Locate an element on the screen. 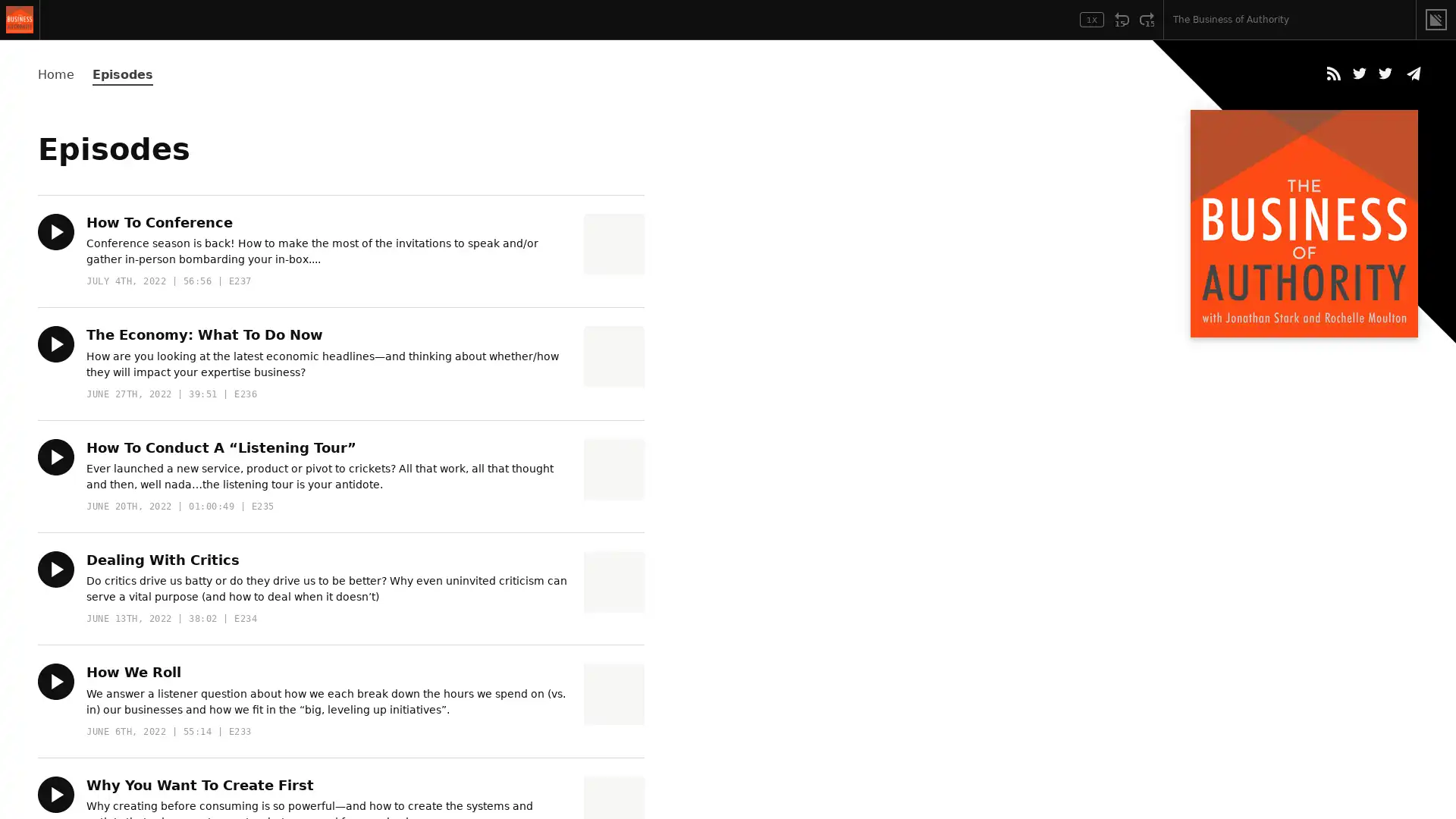 This screenshot has height=819, width=1456. Play is located at coordinates (55, 680).